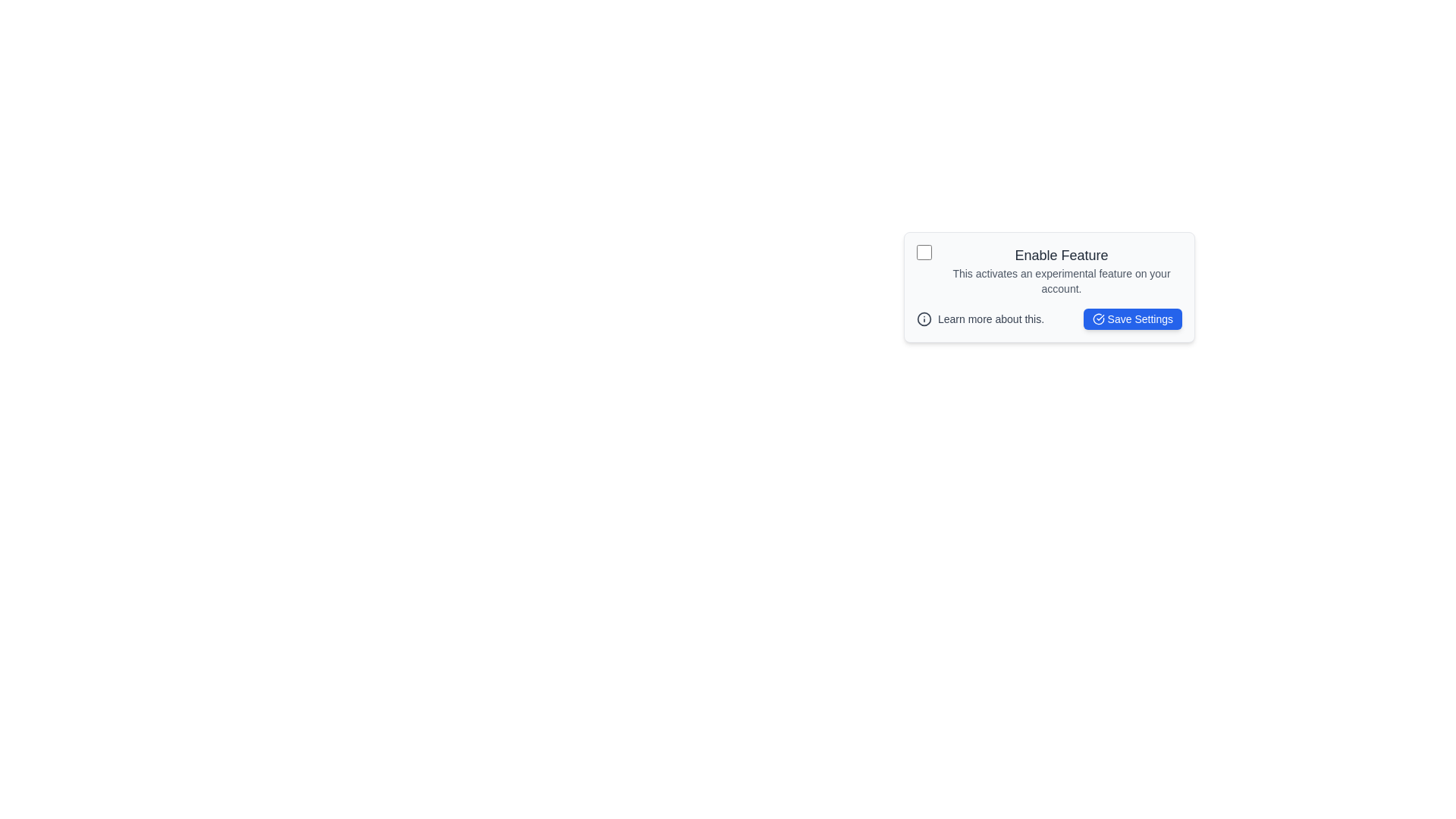 The image size is (1456, 819). Describe the element at coordinates (981, 318) in the screenshot. I see `the informational Text with Icon that says 'Learn more about this.' which is positioned to the left of the 'Save Settings' button` at that location.